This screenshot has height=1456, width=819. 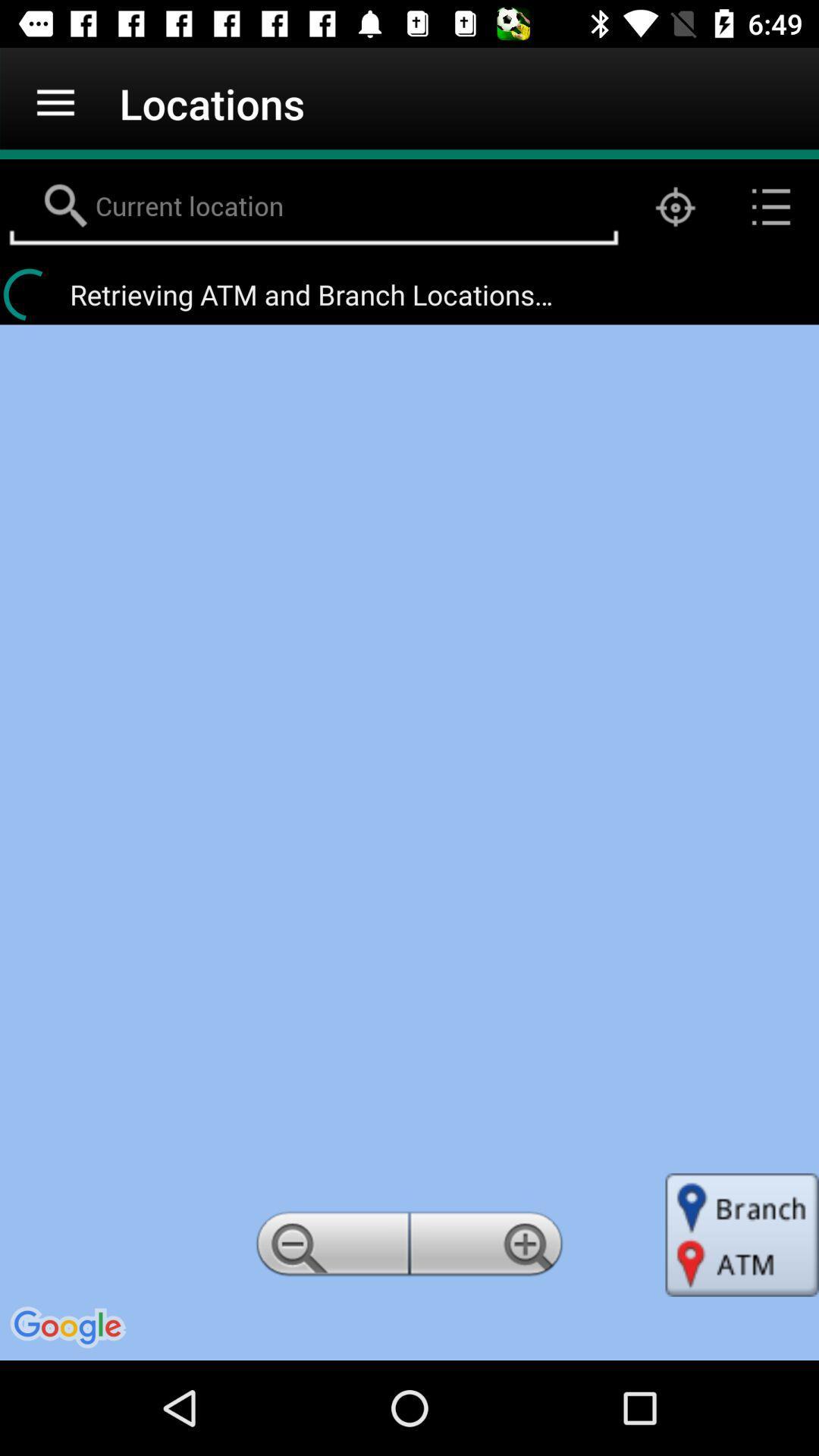 I want to click on the list icon, so click(x=771, y=206).